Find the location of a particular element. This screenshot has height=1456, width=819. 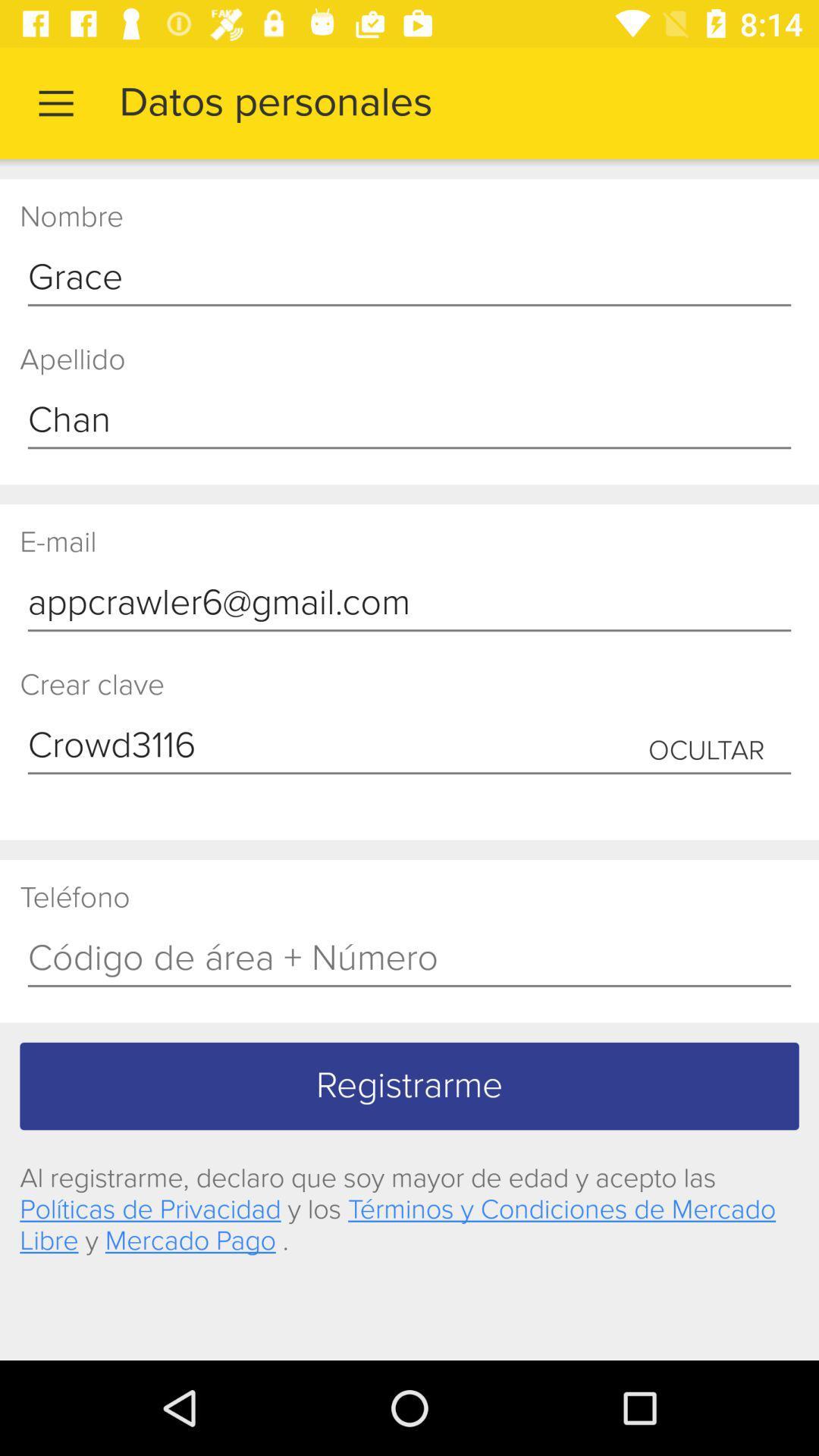

icon above the apellido is located at coordinates (409, 278).